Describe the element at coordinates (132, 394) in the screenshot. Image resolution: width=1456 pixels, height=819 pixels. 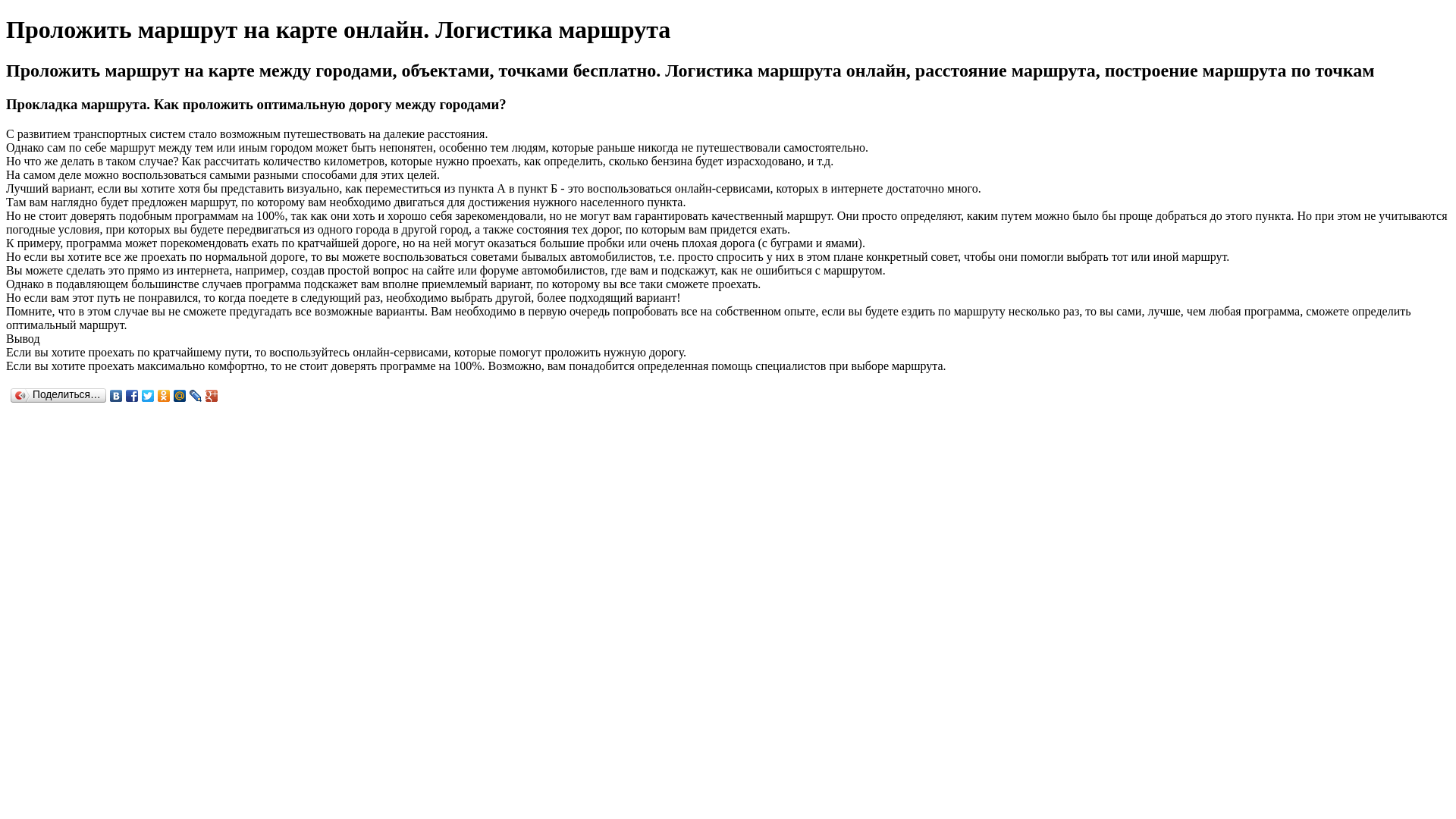
I see `'Facebook'` at that location.